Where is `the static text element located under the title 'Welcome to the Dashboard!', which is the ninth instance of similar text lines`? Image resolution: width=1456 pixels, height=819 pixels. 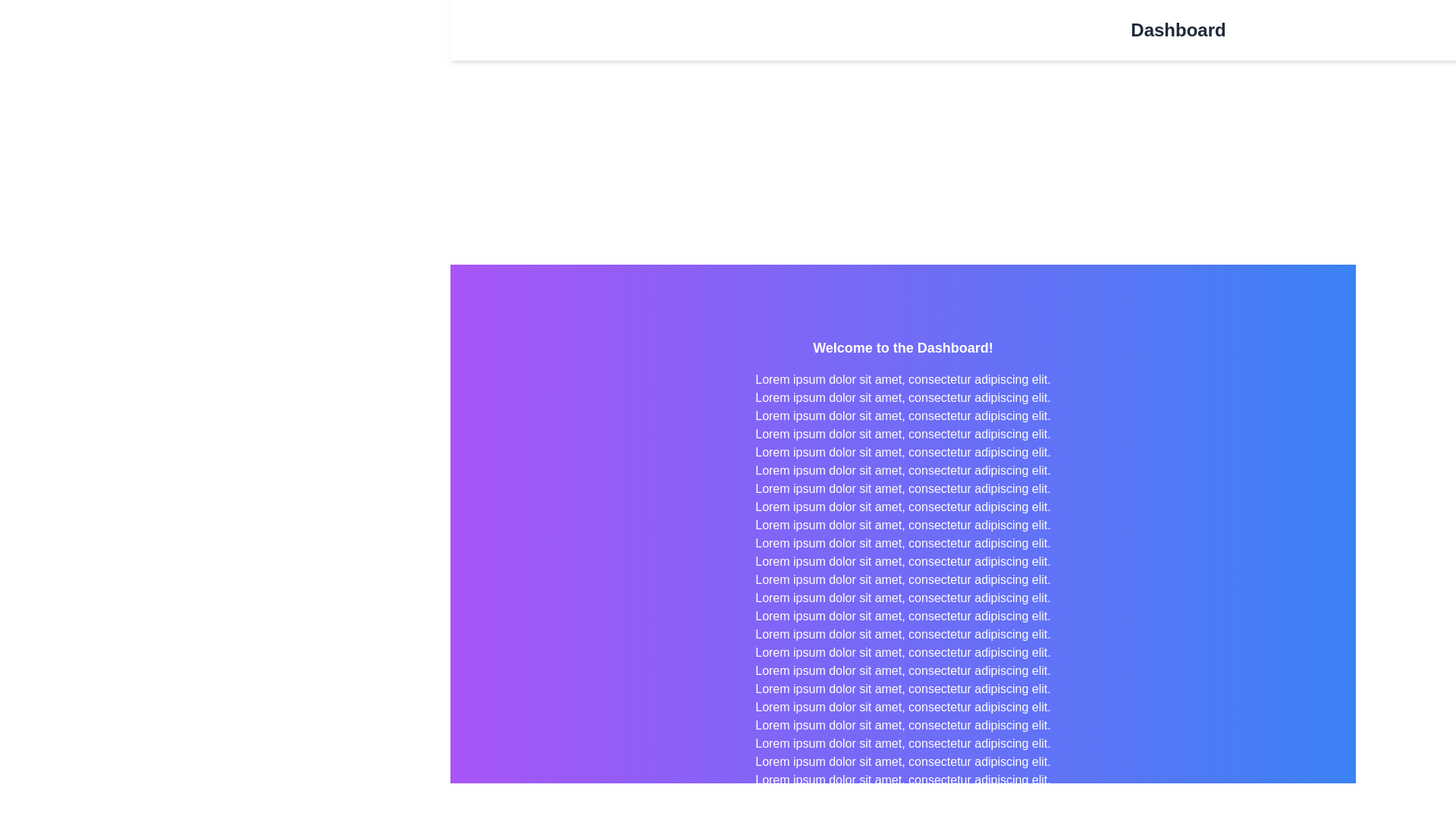
the static text element located under the title 'Welcome to the Dashboard!', which is the ninth instance of similar text lines is located at coordinates (902, 525).